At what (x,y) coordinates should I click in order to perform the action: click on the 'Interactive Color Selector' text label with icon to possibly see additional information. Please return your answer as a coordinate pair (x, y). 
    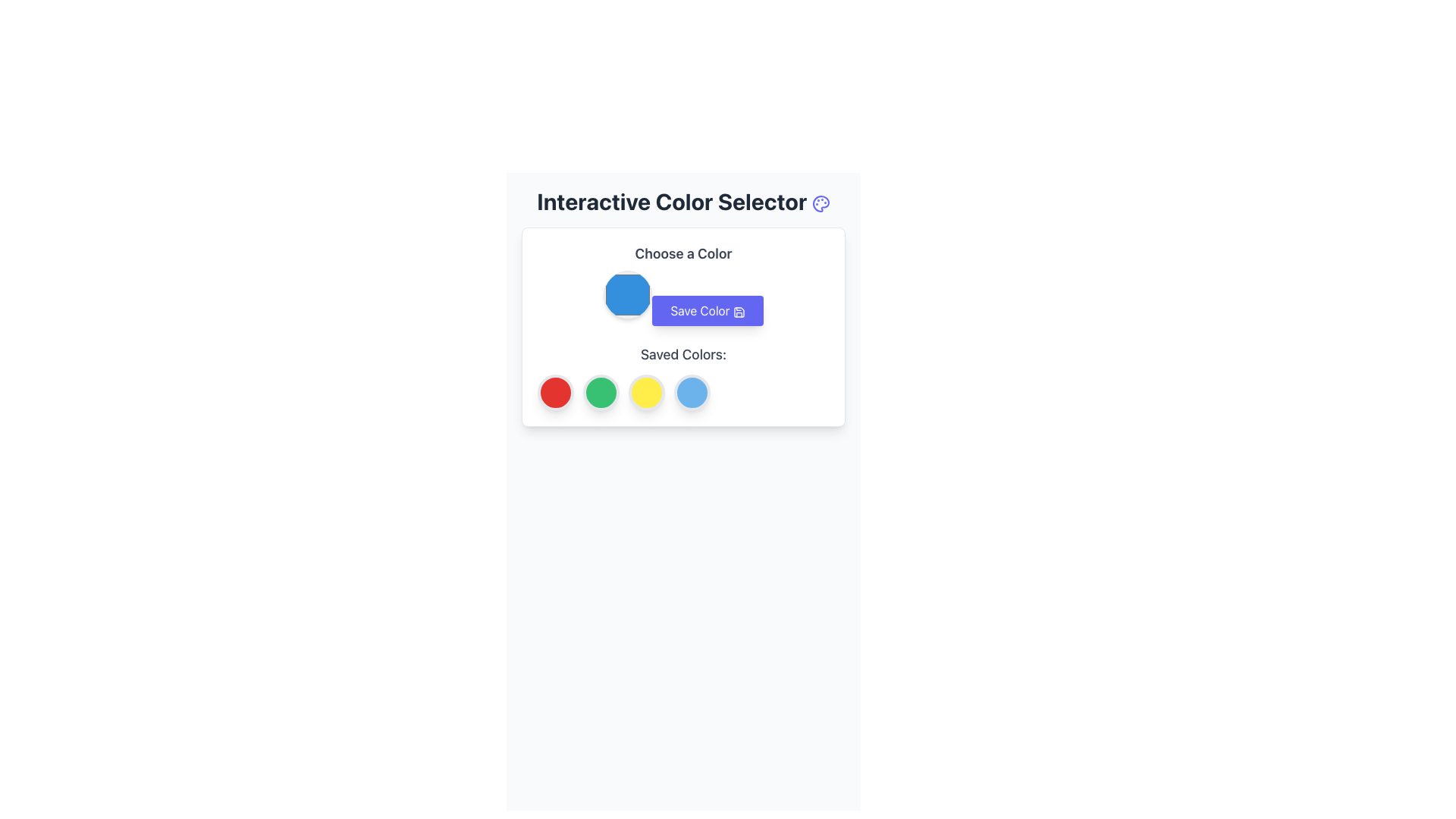
    Looking at the image, I should click on (682, 201).